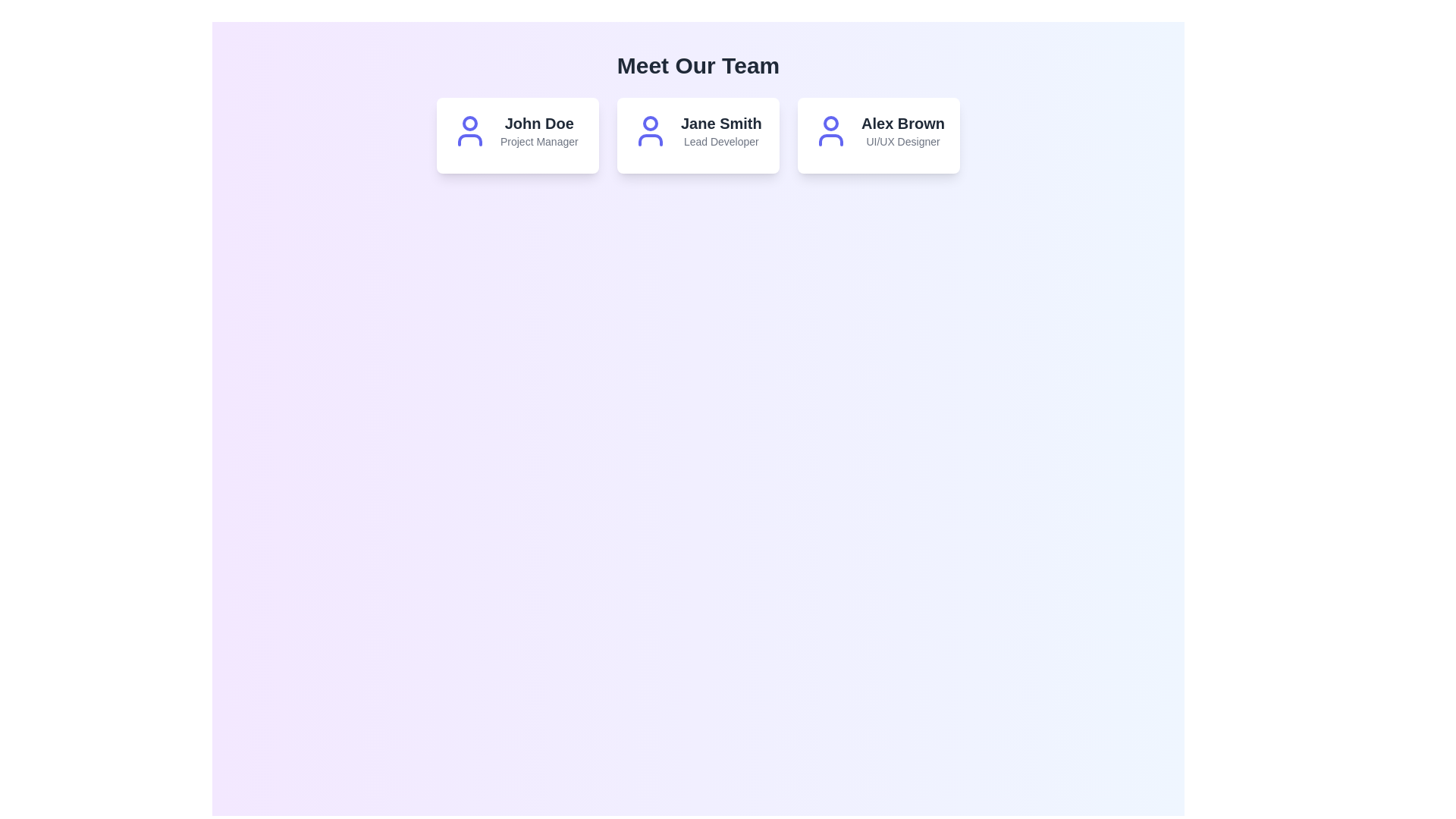 This screenshot has width=1456, height=819. What do you see at coordinates (651, 130) in the screenshot?
I see `the Profile icon for team member 'Jane Smith'` at bounding box center [651, 130].